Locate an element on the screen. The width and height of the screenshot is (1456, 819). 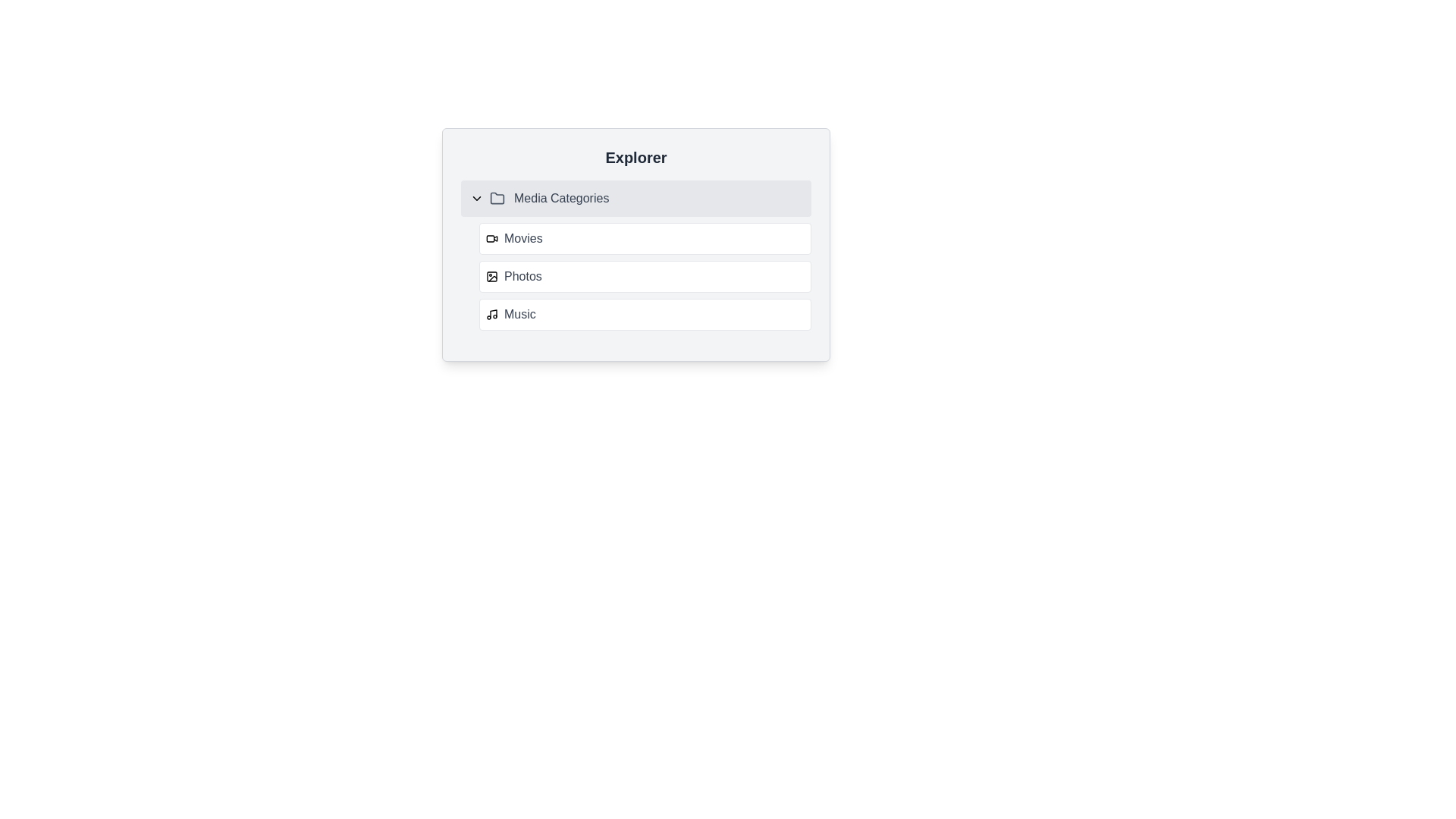
the 'Photos' text label is located at coordinates (522, 277).